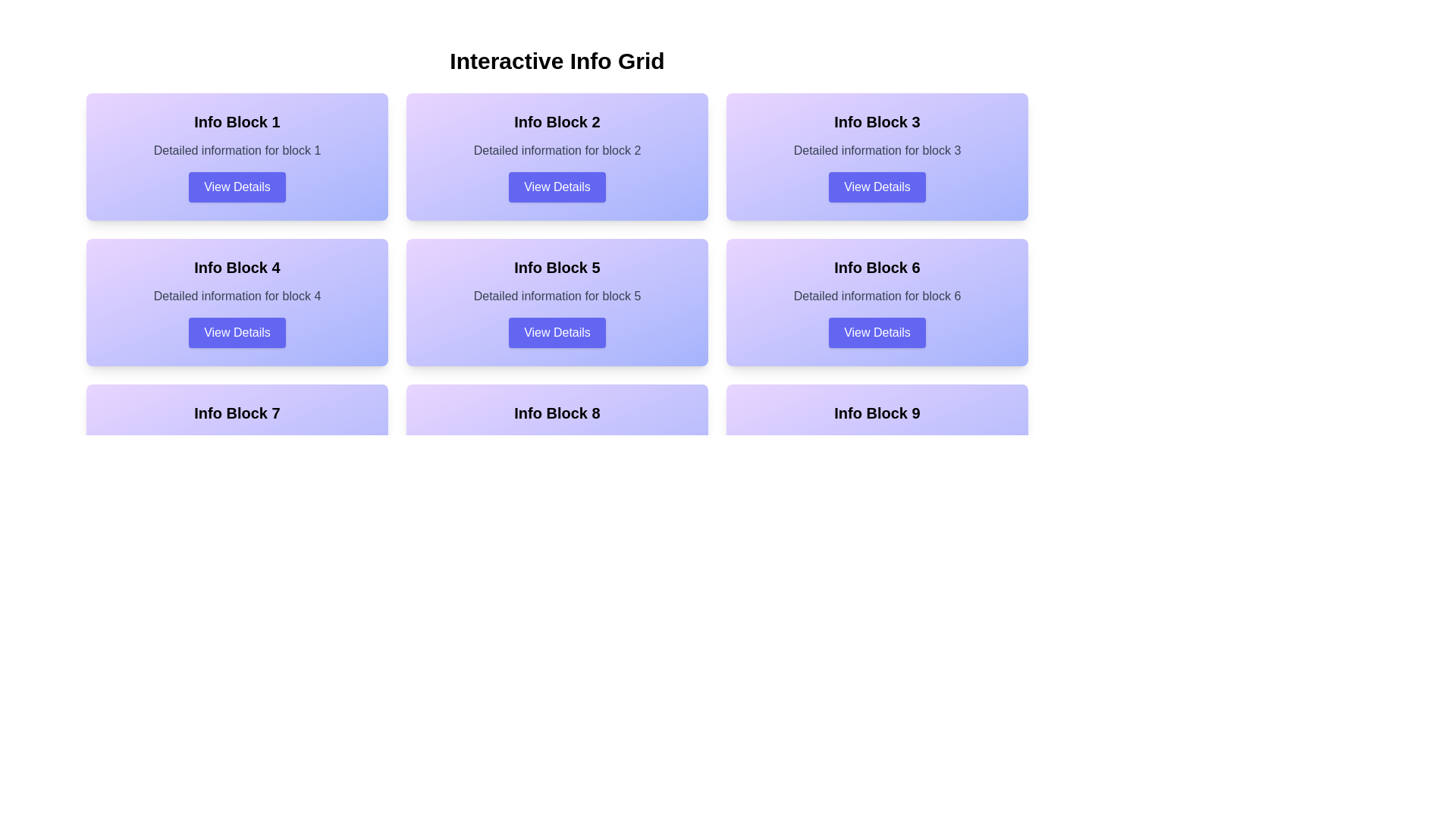  I want to click on the 'View Details' button located in the lower portion of the 'Info Block 2' card, so click(556, 186).